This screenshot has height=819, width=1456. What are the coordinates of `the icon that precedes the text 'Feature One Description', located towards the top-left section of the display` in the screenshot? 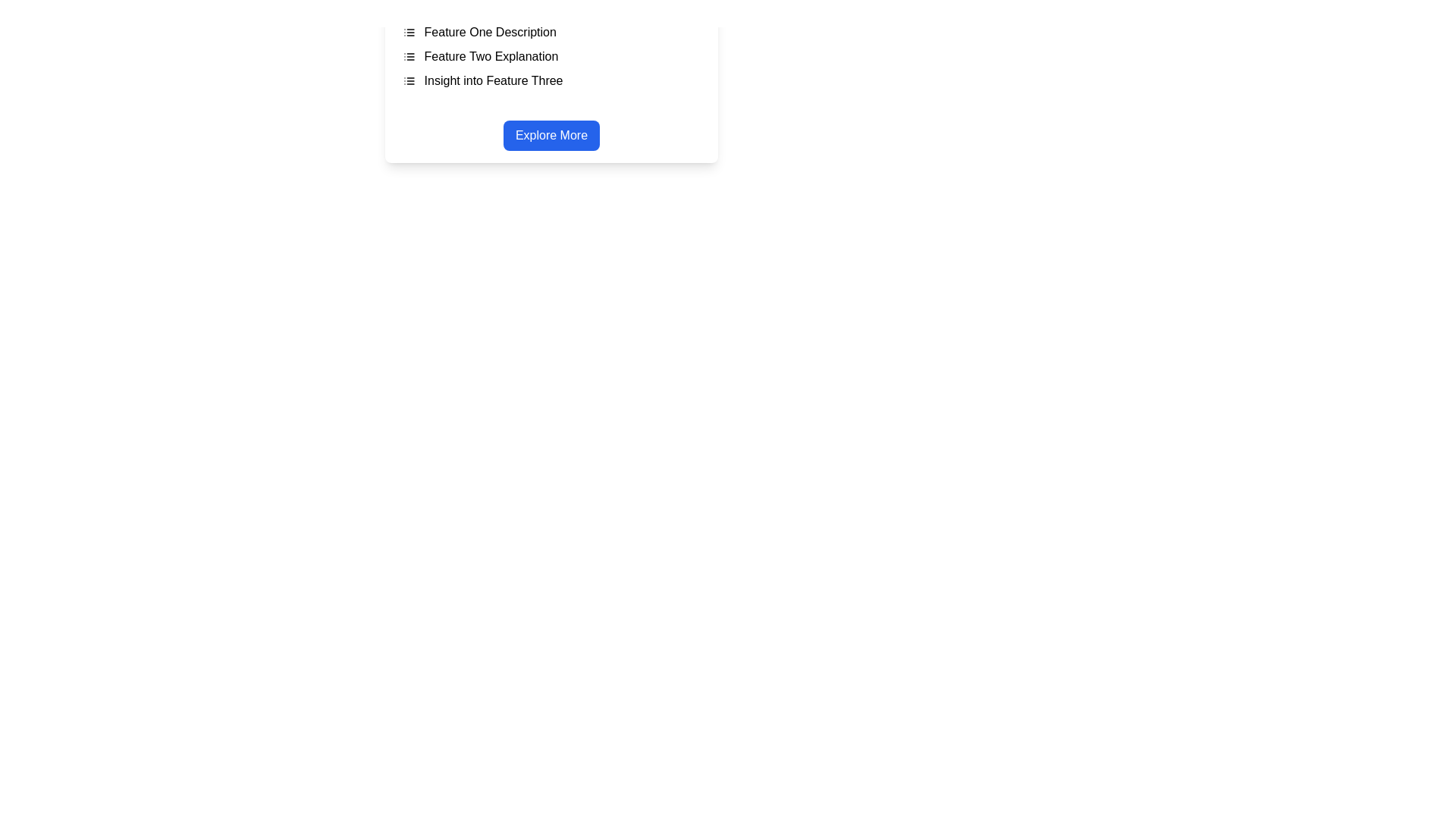 It's located at (409, 32).